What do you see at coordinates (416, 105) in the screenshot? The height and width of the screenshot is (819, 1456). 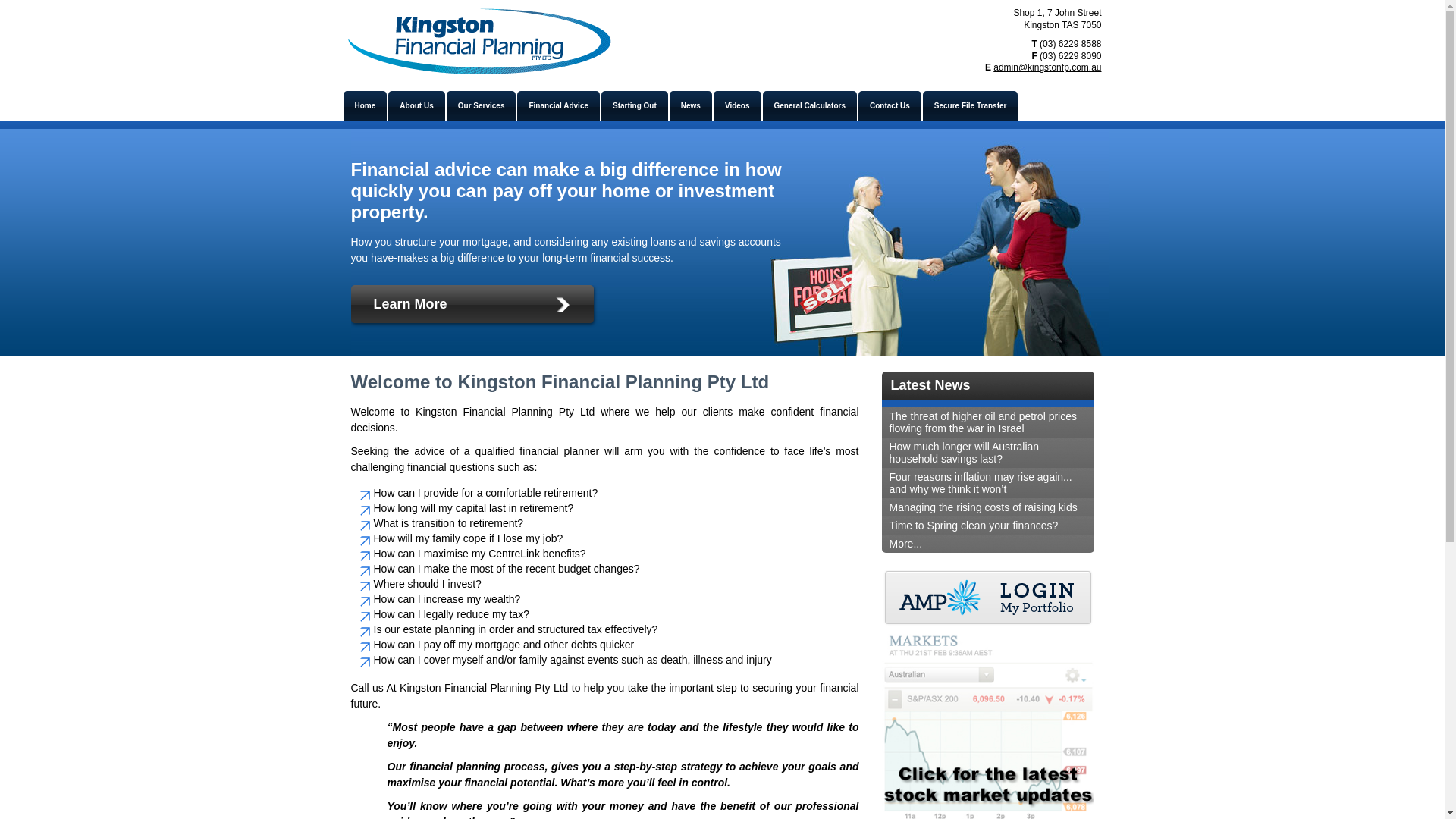 I see `'About Us'` at bounding box center [416, 105].